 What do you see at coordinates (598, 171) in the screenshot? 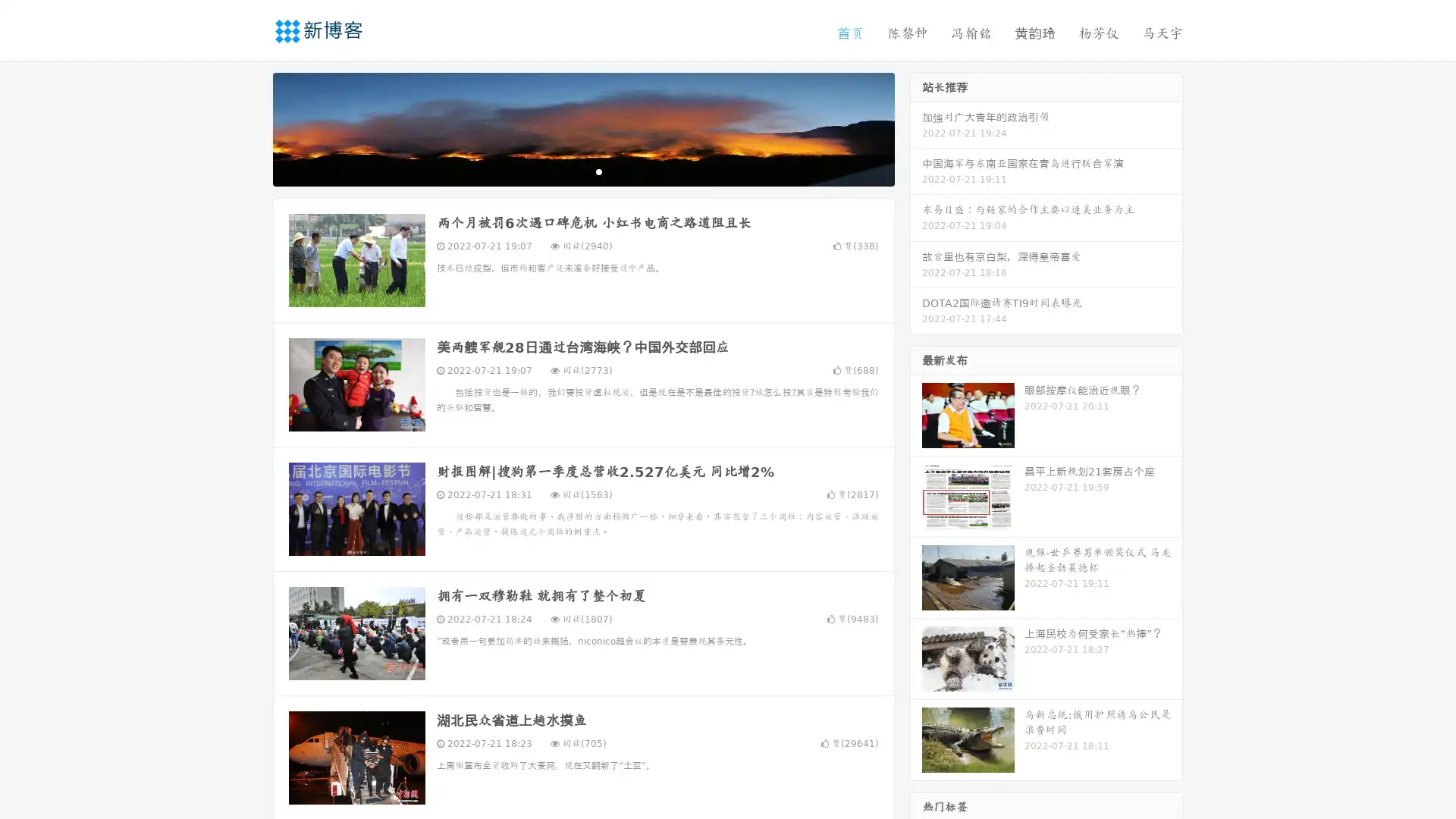
I see `Go to slide 3` at bounding box center [598, 171].